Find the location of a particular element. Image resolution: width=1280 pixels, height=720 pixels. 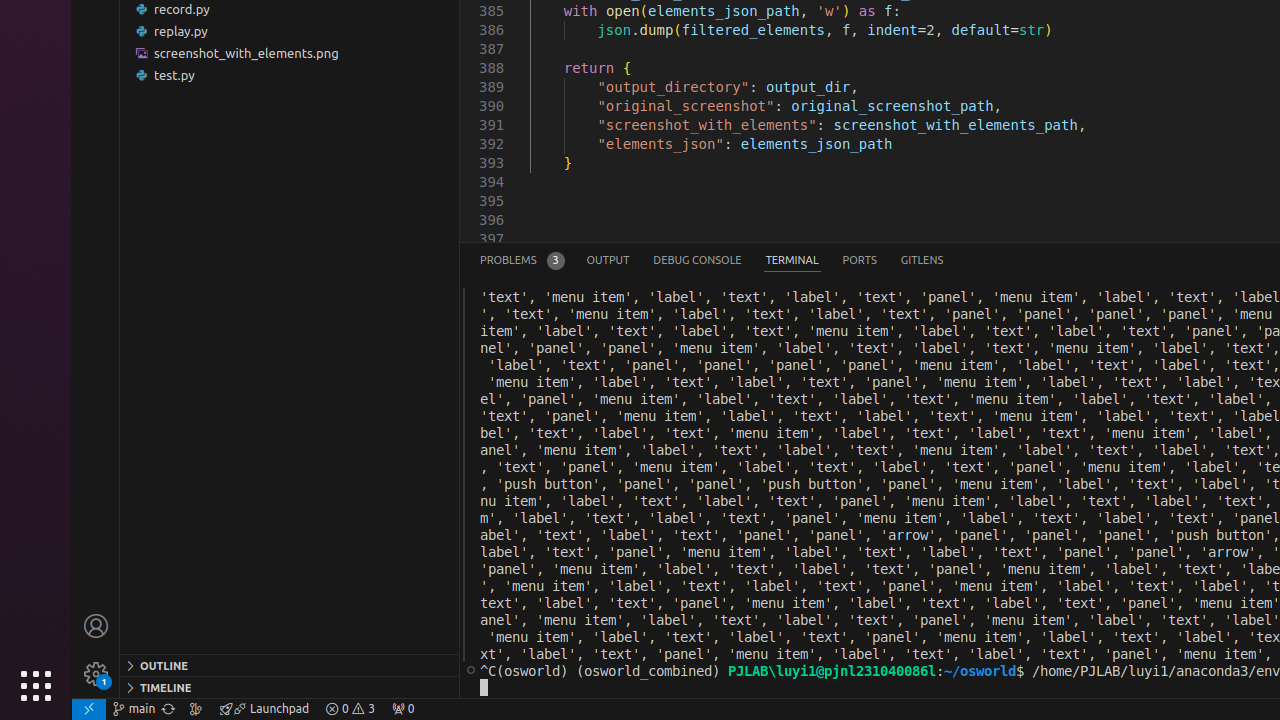

'remote' is located at coordinates (87, 707).